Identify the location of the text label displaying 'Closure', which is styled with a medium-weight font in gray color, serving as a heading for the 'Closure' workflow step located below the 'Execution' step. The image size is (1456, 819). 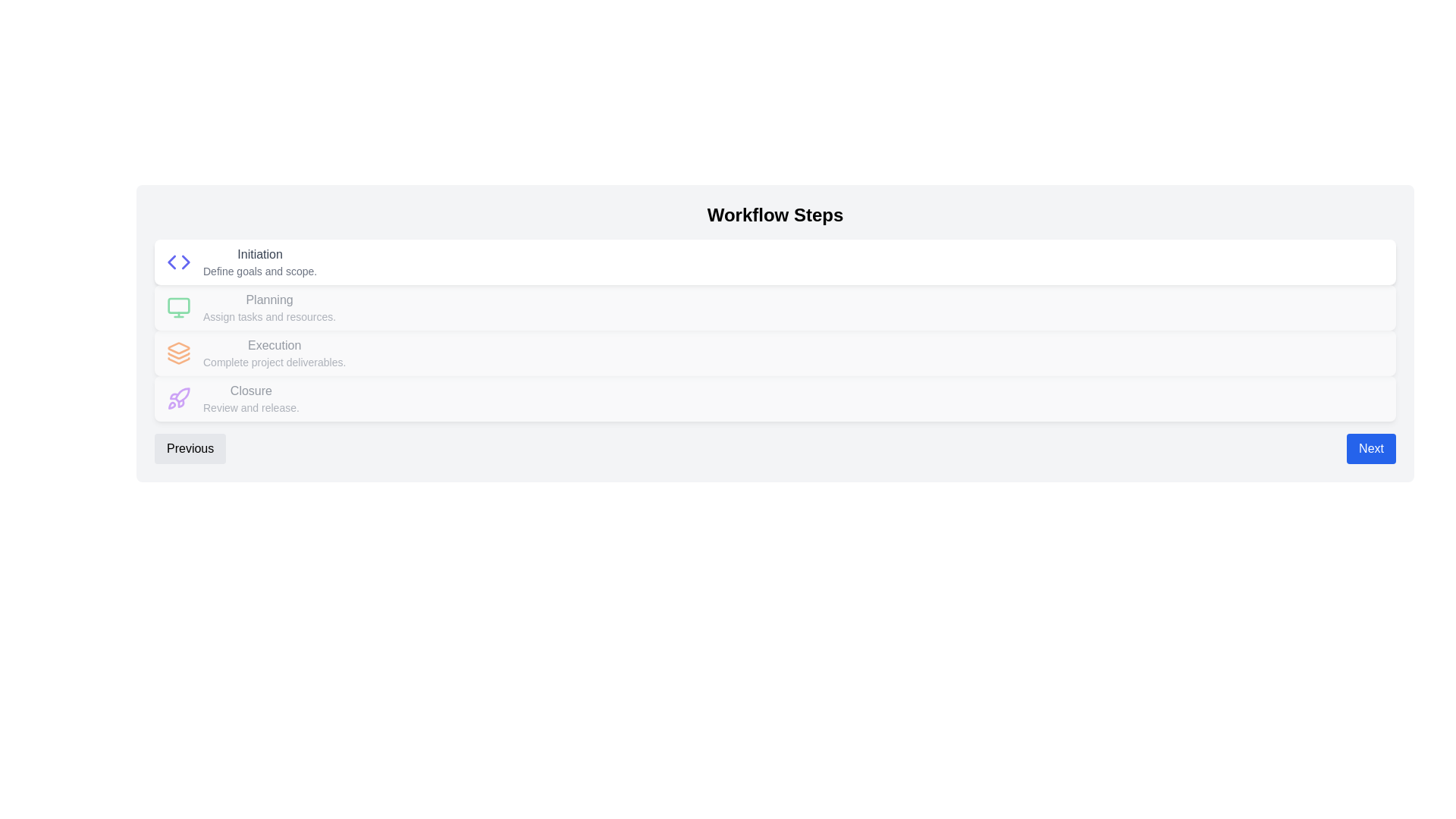
(251, 391).